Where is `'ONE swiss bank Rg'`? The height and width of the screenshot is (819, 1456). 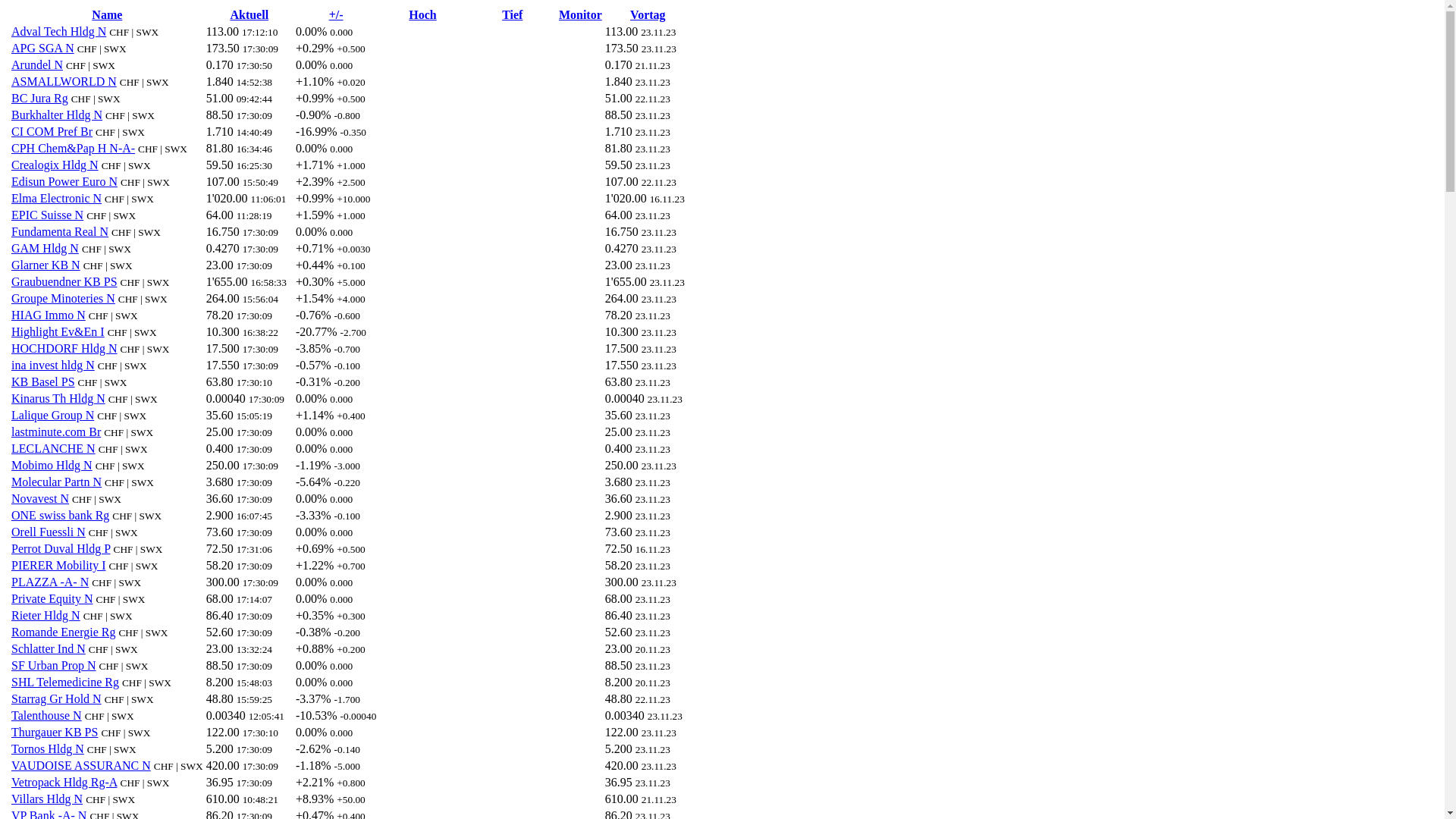
'ONE swiss bank Rg' is located at coordinates (11, 514).